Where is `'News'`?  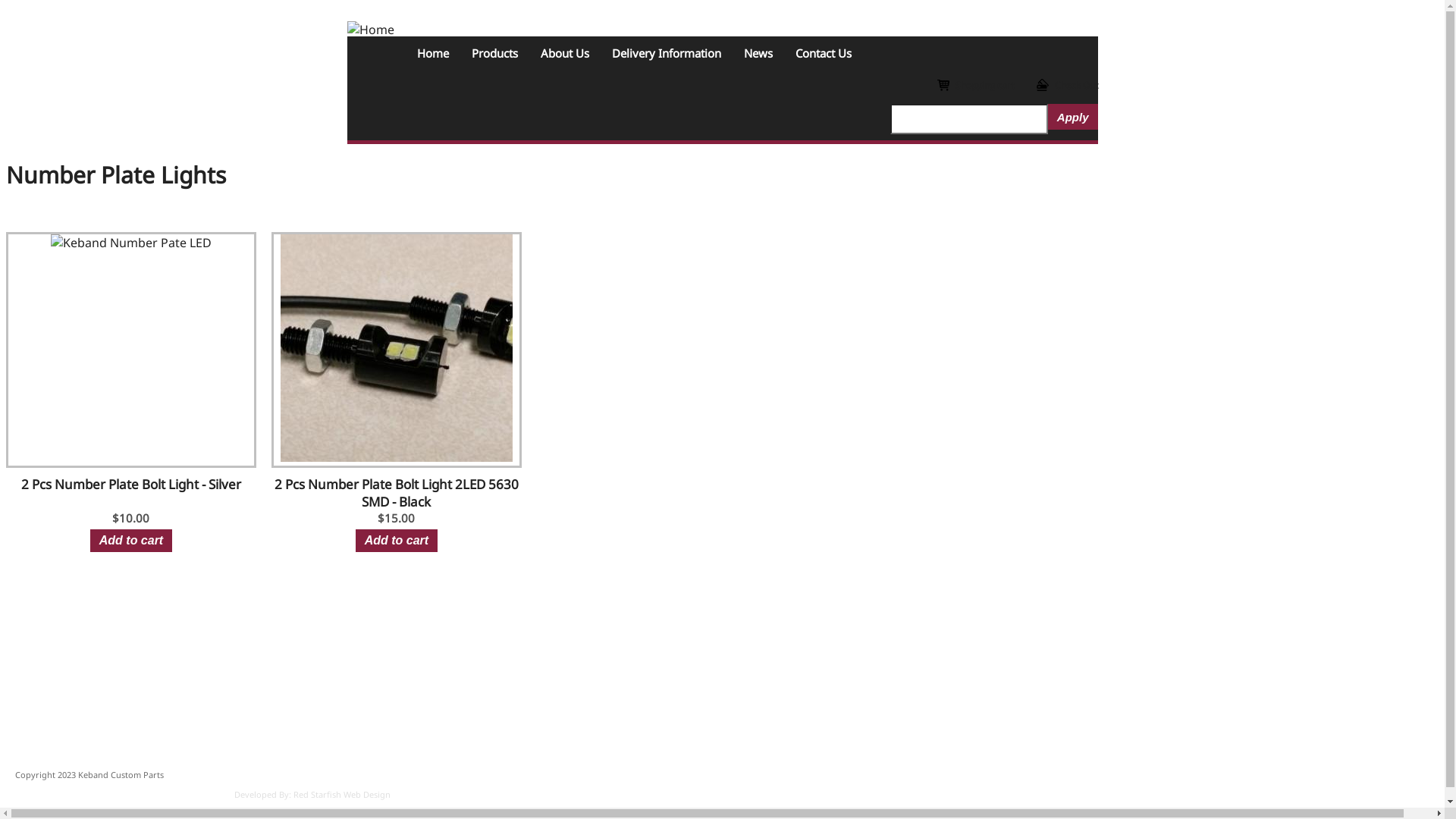 'News' is located at coordinates (758, 52).